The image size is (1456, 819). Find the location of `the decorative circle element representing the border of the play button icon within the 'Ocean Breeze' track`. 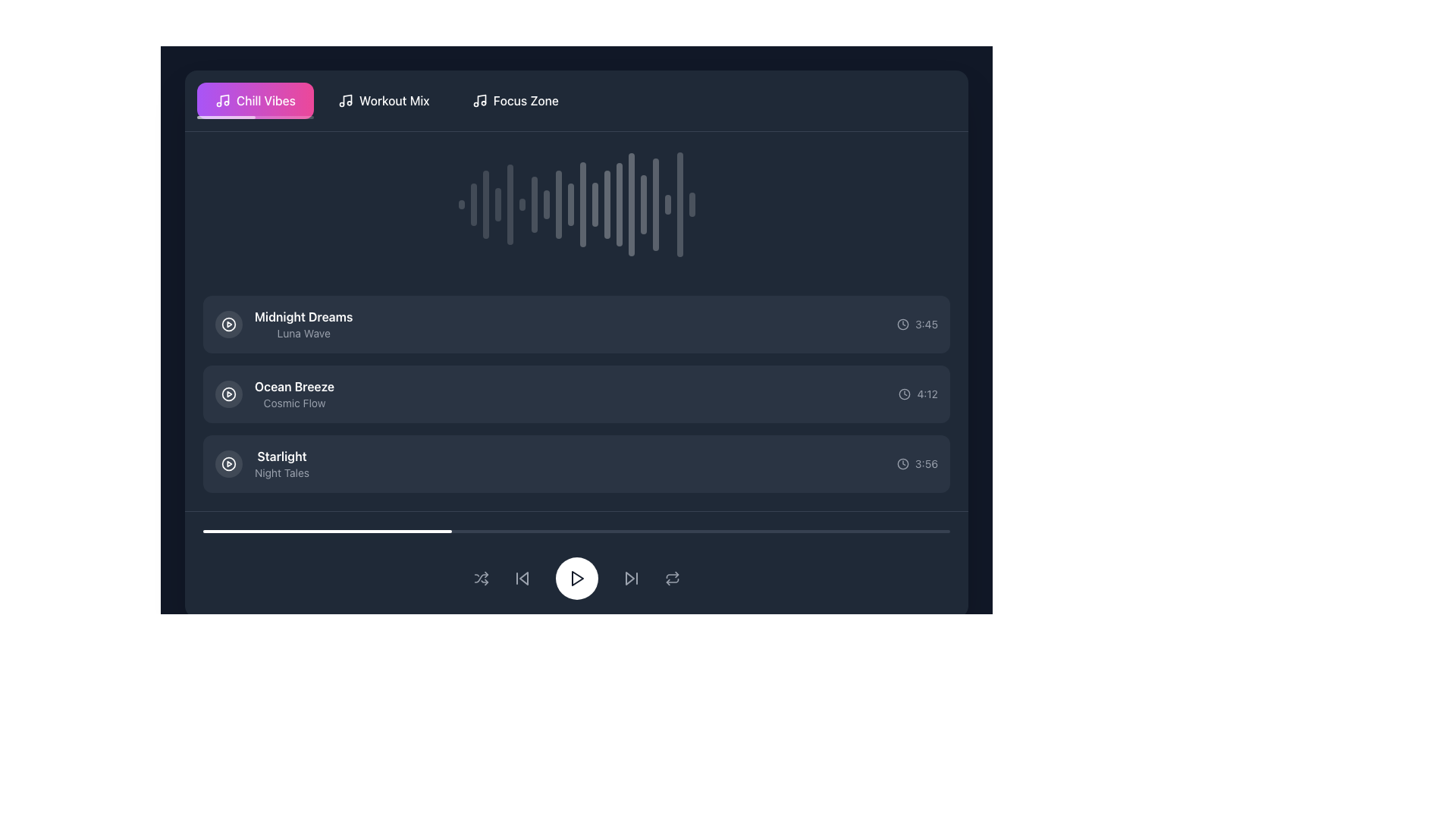

the decorative circle element representing the border of the play button icon within the 'Ocean Breeze' track is located at coordinates (228, 393).